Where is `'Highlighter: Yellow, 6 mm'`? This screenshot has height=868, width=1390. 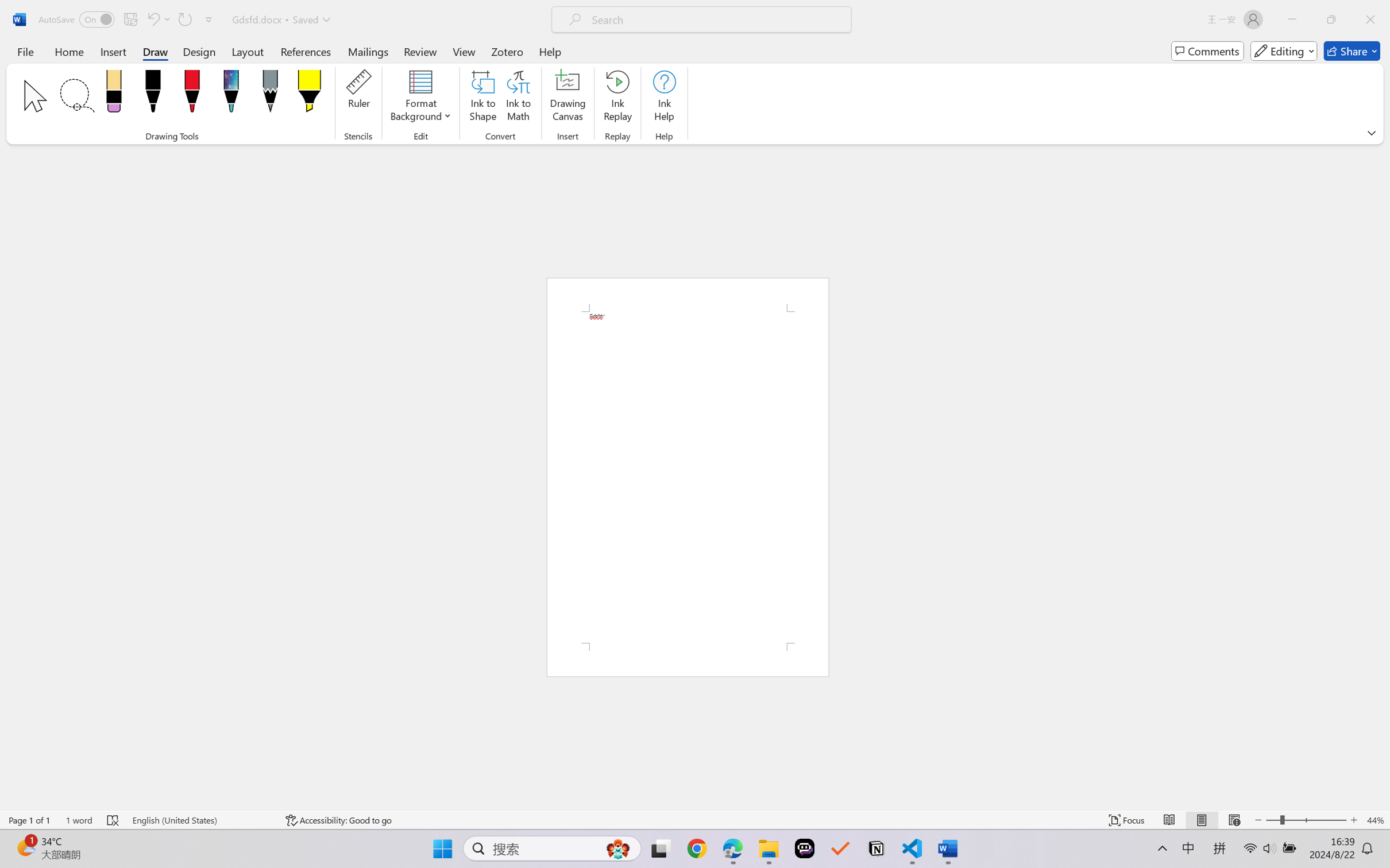 'Highlighter: Yellow, 6 mm' is located at coordinates (310, 94).